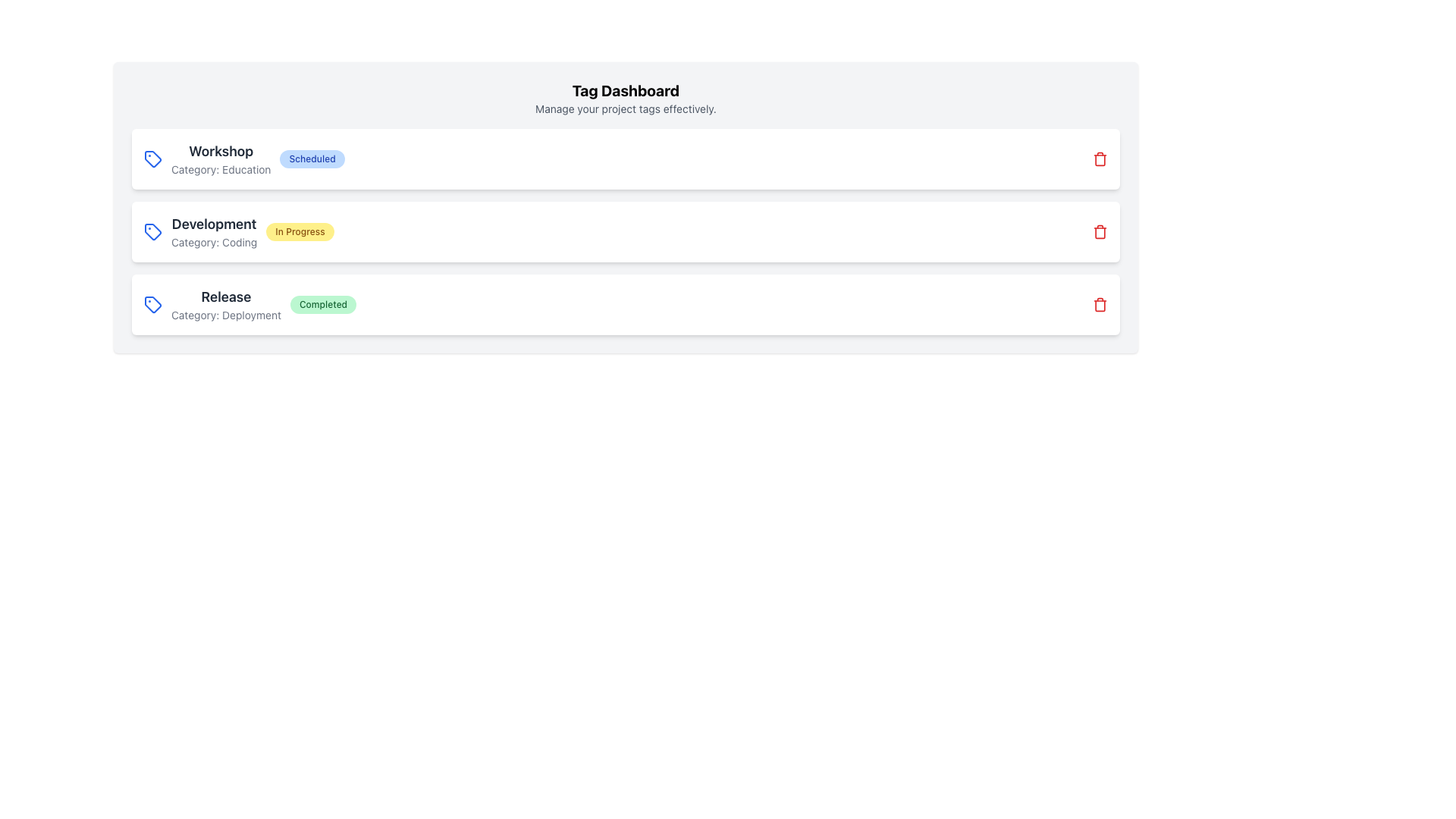 Image resolution: width=1456 pixels, height=819 pixels. Describe the element at coordinates (322, 304) in the screenshot. I see `the status indicator badge for 'Release' located on the far right side of the 'Release' section, aligned with the text 'Release' and 'Category: Deployment'` at that location.